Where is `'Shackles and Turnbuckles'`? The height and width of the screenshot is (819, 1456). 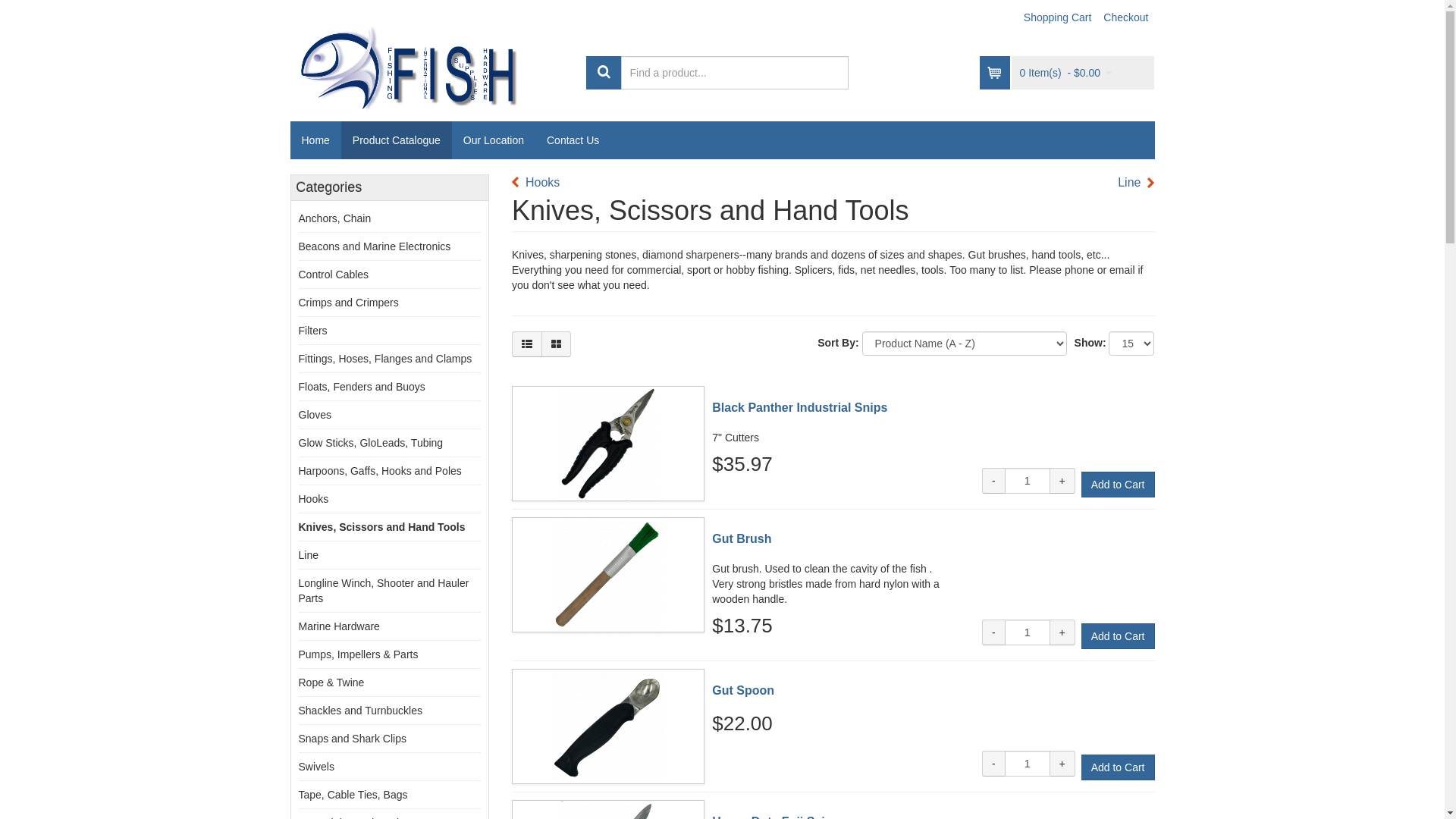 'Shackles and Turnbuckles' is located at coordinates (359, 711).